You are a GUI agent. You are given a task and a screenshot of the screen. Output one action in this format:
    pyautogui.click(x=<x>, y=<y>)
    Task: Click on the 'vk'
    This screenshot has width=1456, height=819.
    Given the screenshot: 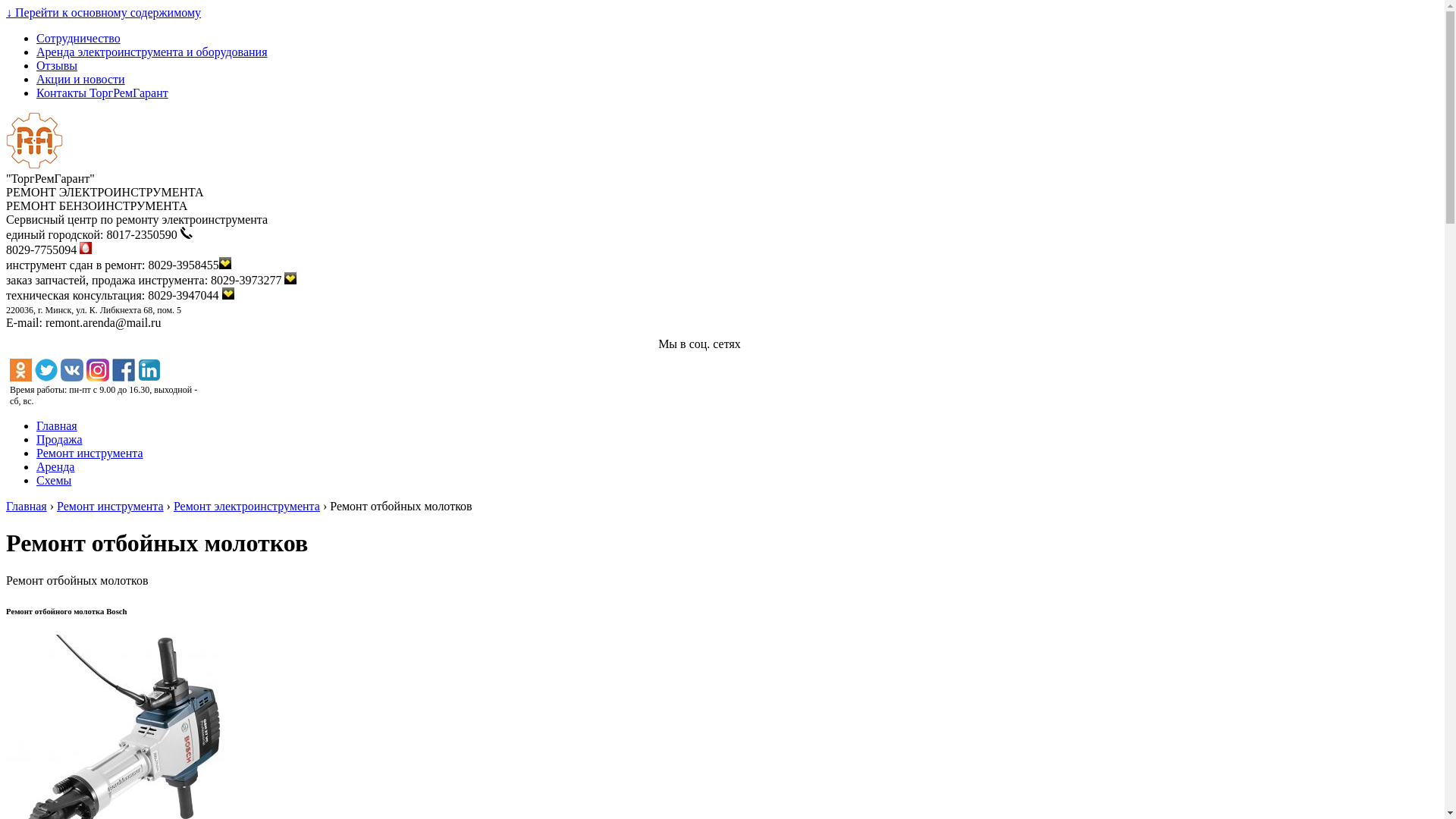 What is the action you would take?
    pyautogui.click(x=71, y=370)
    